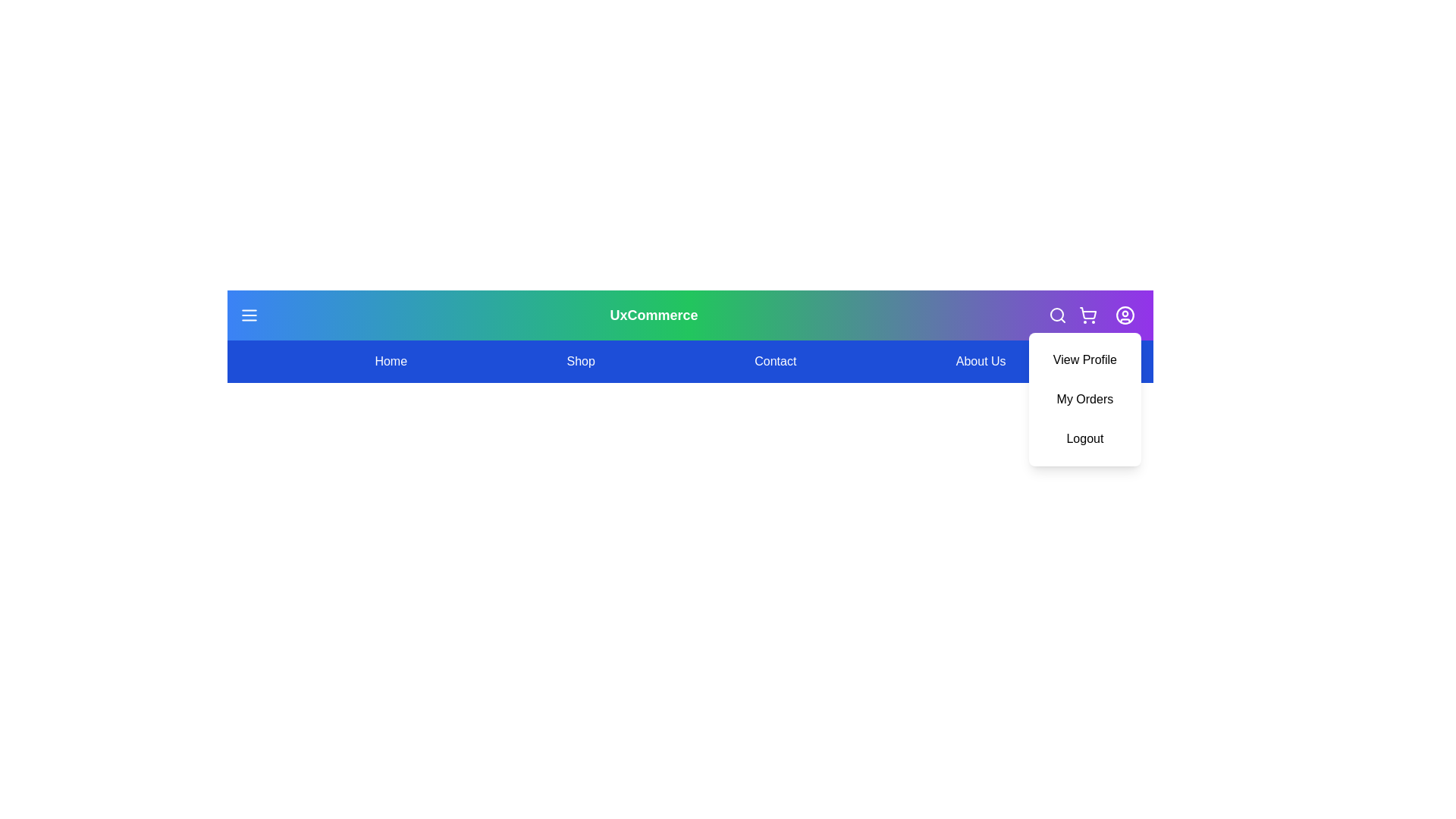 The height and width of the screenshot is (819, 1456). What do you see at coordinates (981, 362) in the screenshot?
I see `the menu item About Us to navigate to the corresponding section` at bounding box center [981, 362].